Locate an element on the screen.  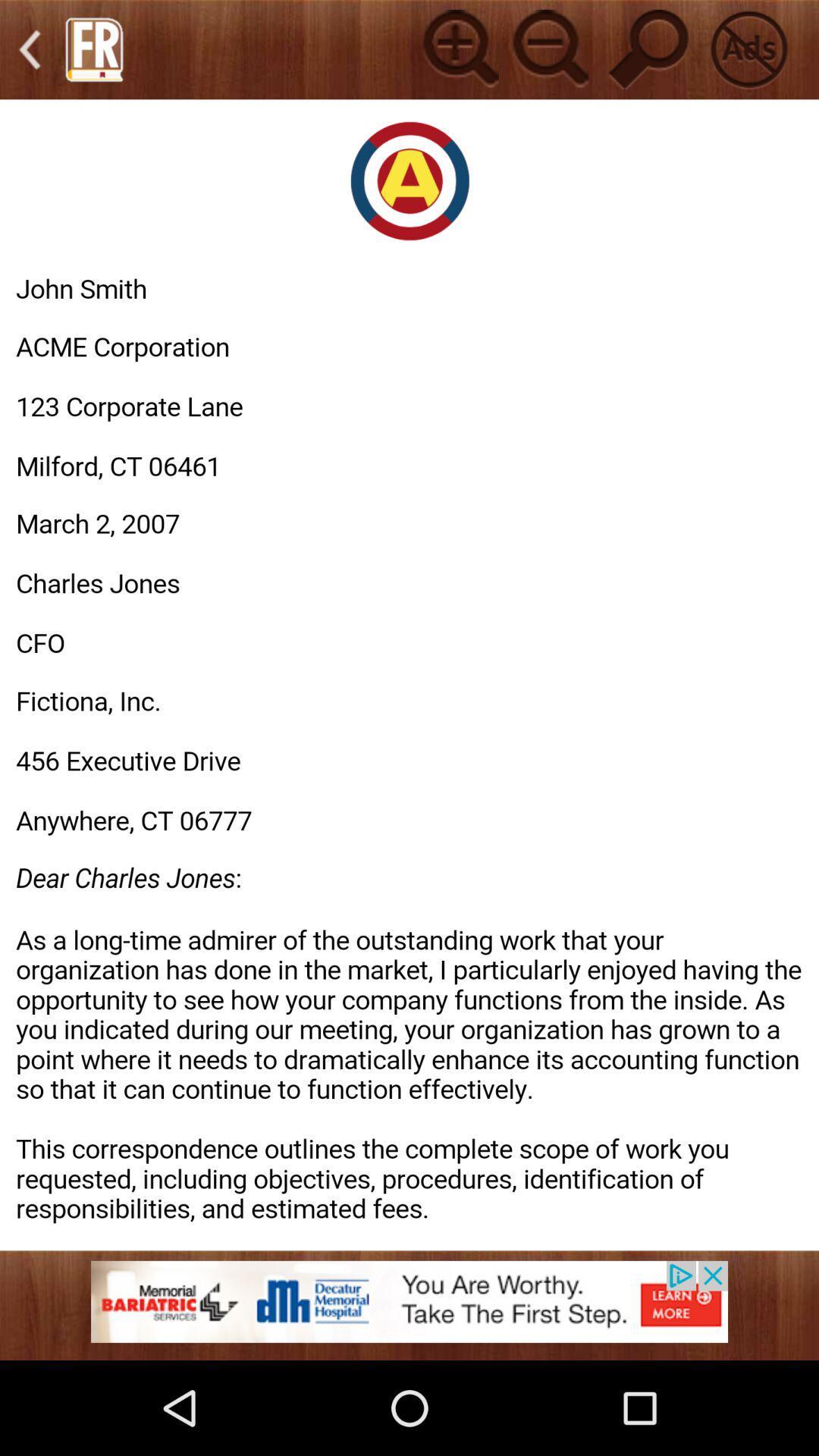
add button is located at coordinates (458, 49).